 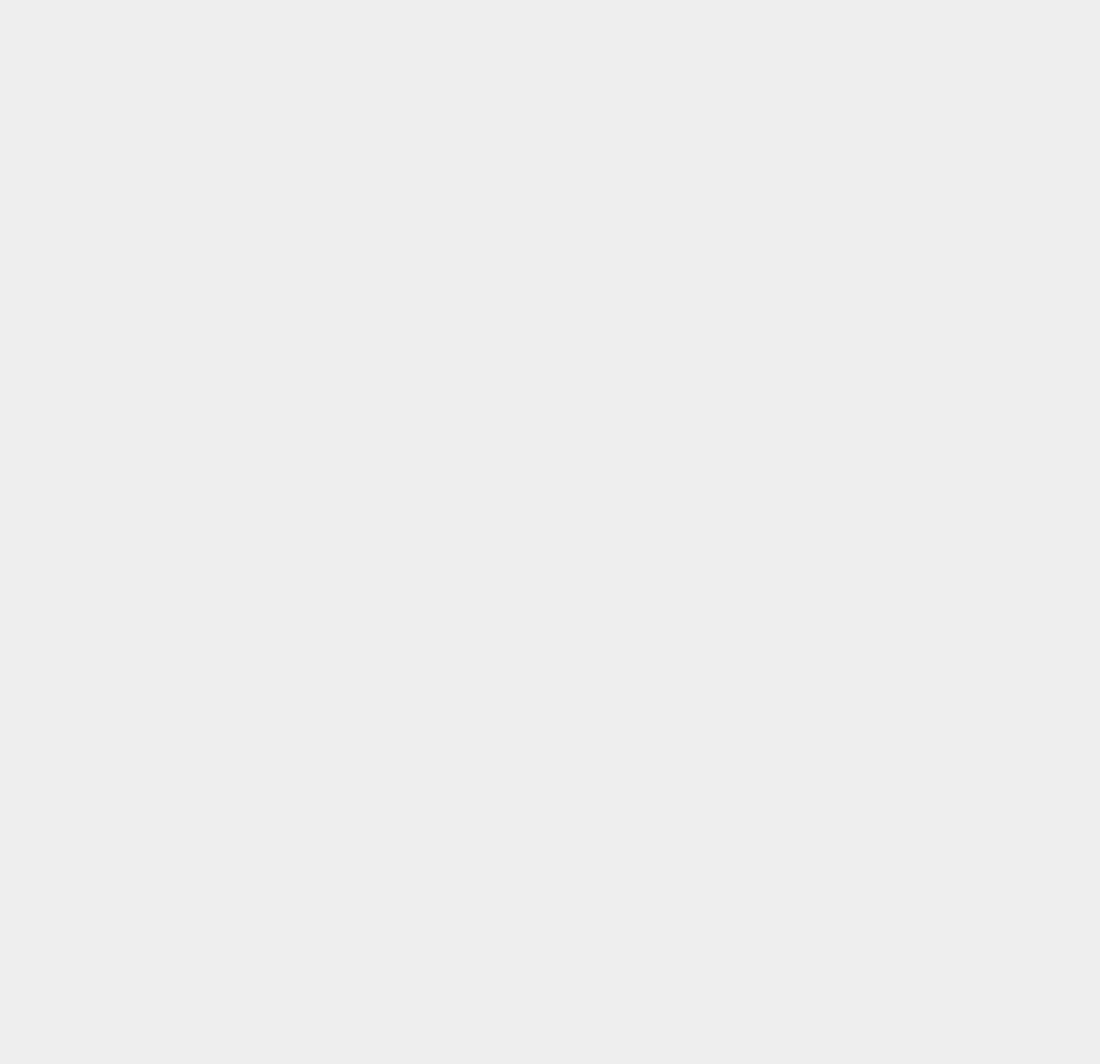 I want to click on 'iOS 4', so click(x=793, y=412).